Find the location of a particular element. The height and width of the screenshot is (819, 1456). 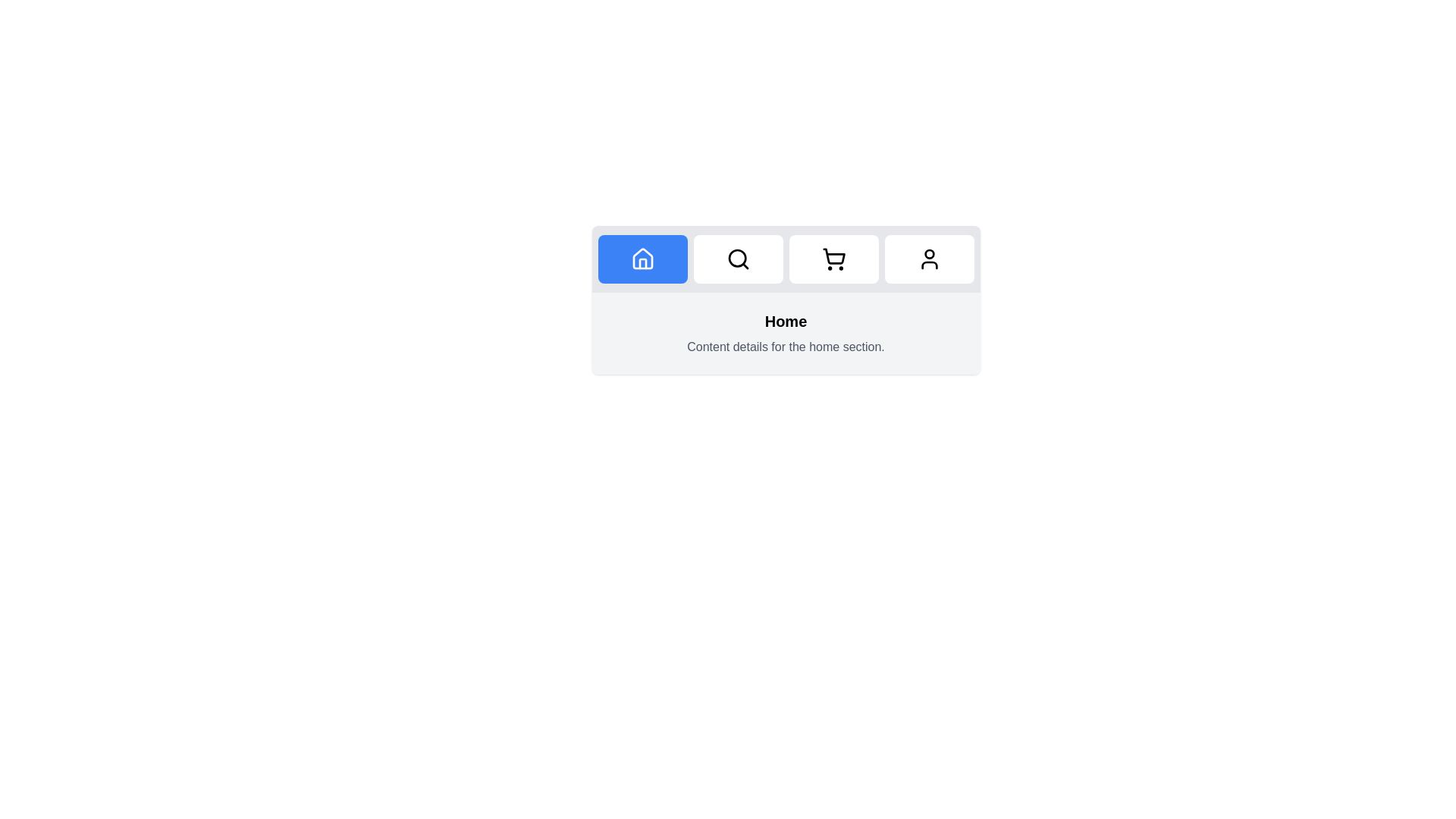

the Home section icon by moving to the center of the icon located in the first section of the navigation bar is located at coordinates (642, 258).